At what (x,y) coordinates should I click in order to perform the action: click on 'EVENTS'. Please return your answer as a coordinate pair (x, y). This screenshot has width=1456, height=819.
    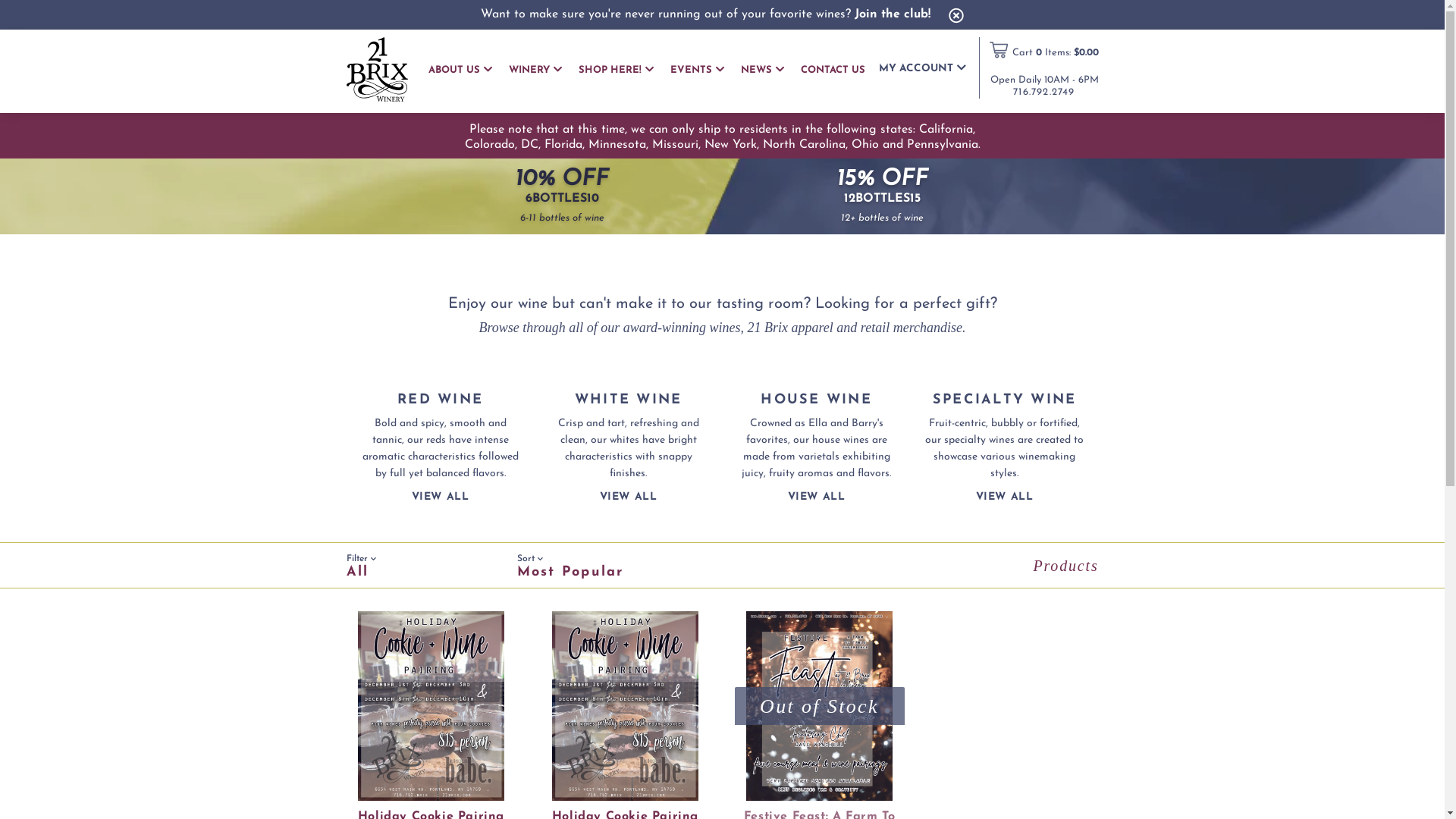
    Looking at the image, I should click on (696, 70).